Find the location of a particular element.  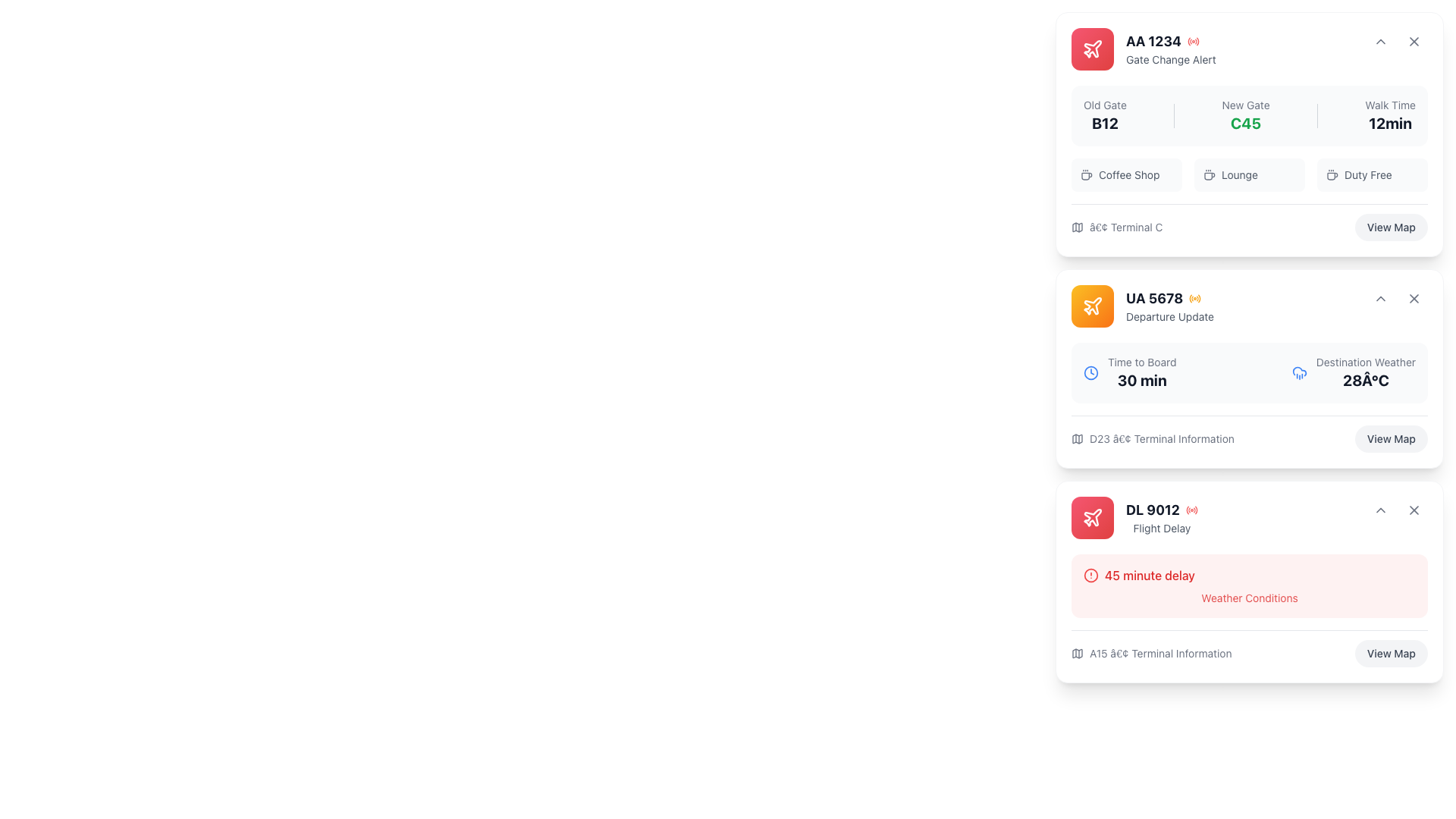

the flight information icon located in the top-left corner of the second notification card titled UA 5678, which has an orange gradient header is located at coordinates (1092, 306).